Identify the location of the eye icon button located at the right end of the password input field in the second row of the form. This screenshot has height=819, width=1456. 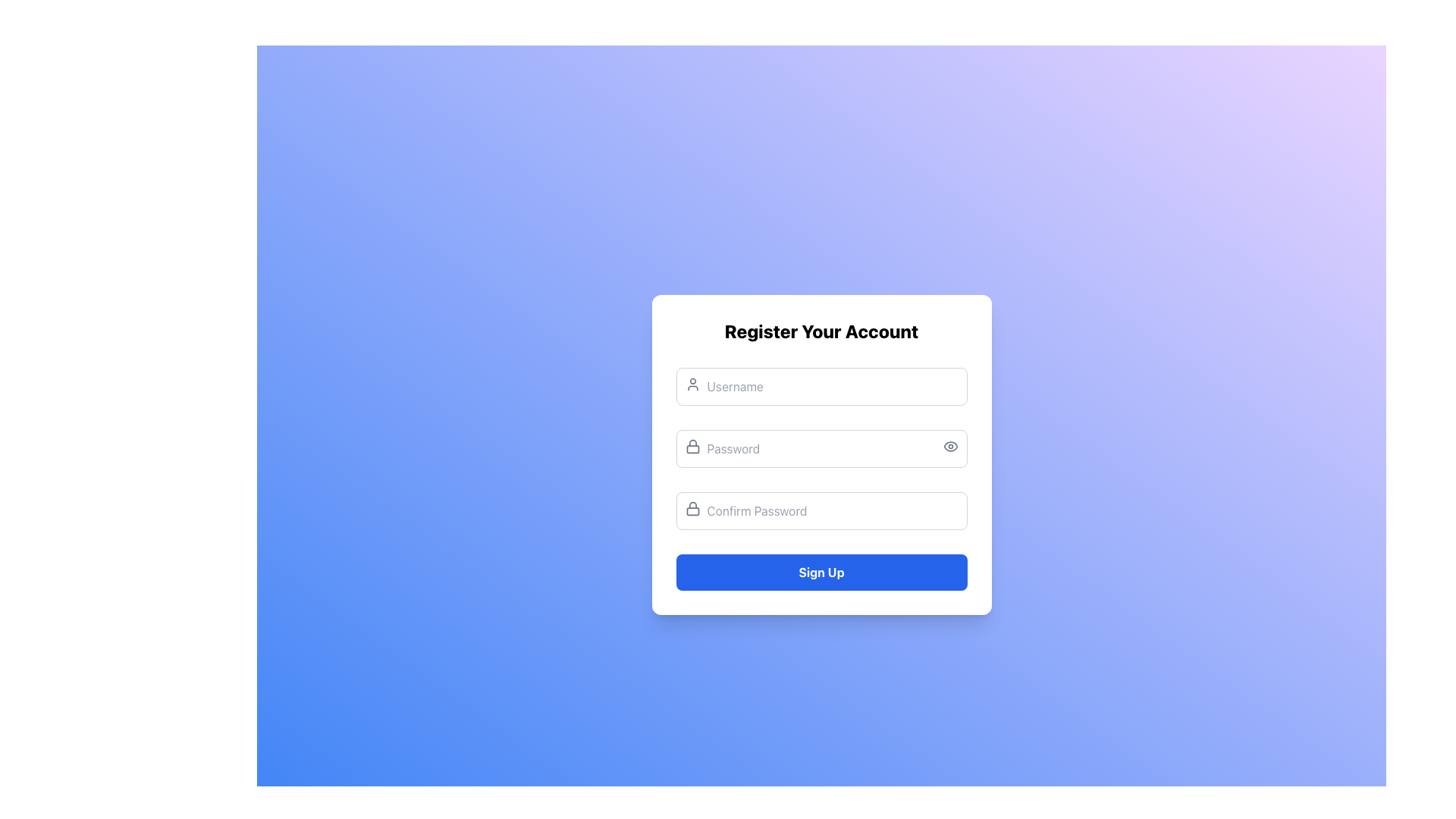
(949, 446).